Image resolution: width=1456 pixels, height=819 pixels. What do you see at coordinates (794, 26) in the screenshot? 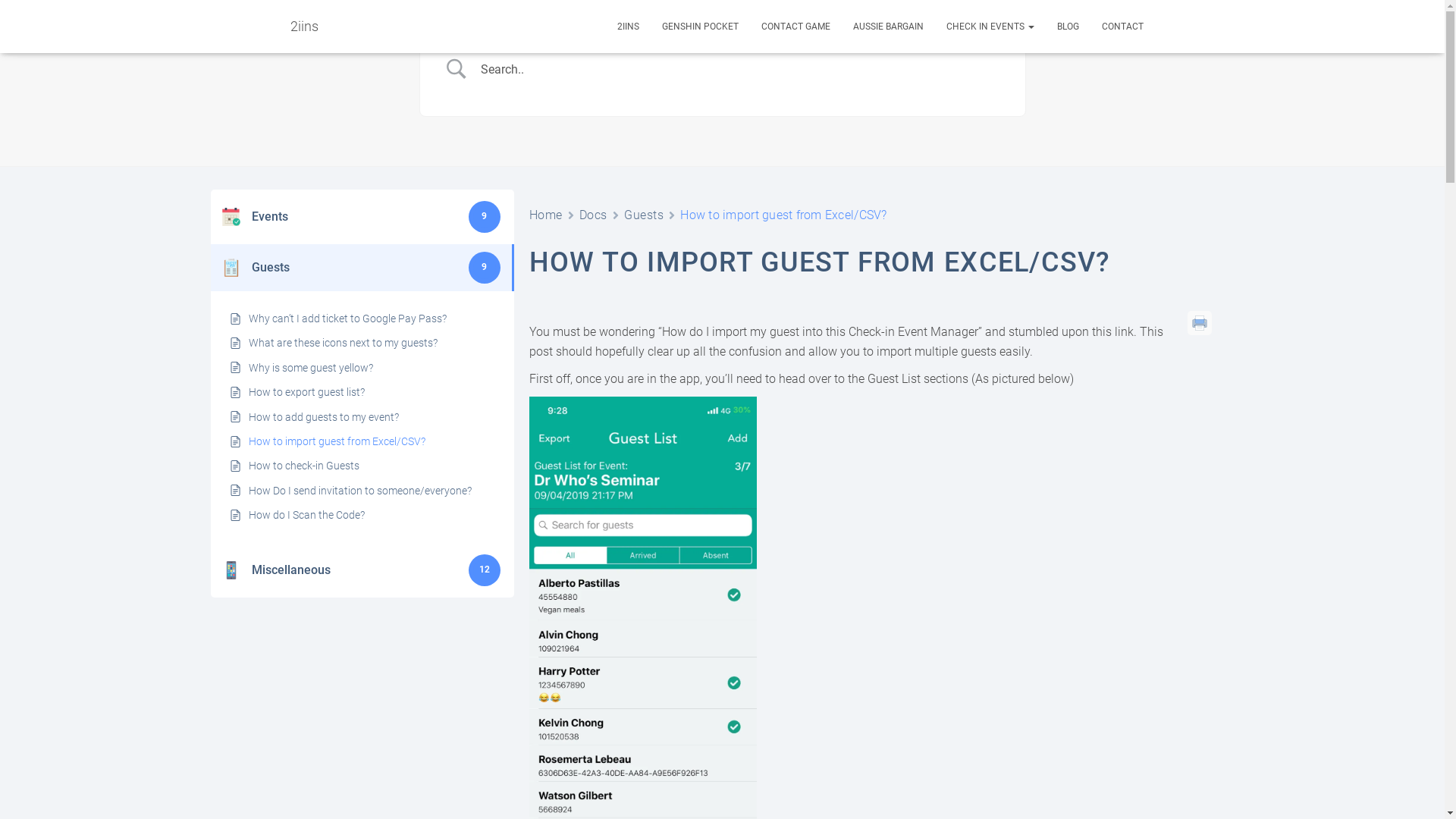
I see `'CONTACT GAME'` at bounding box center [794, 26].